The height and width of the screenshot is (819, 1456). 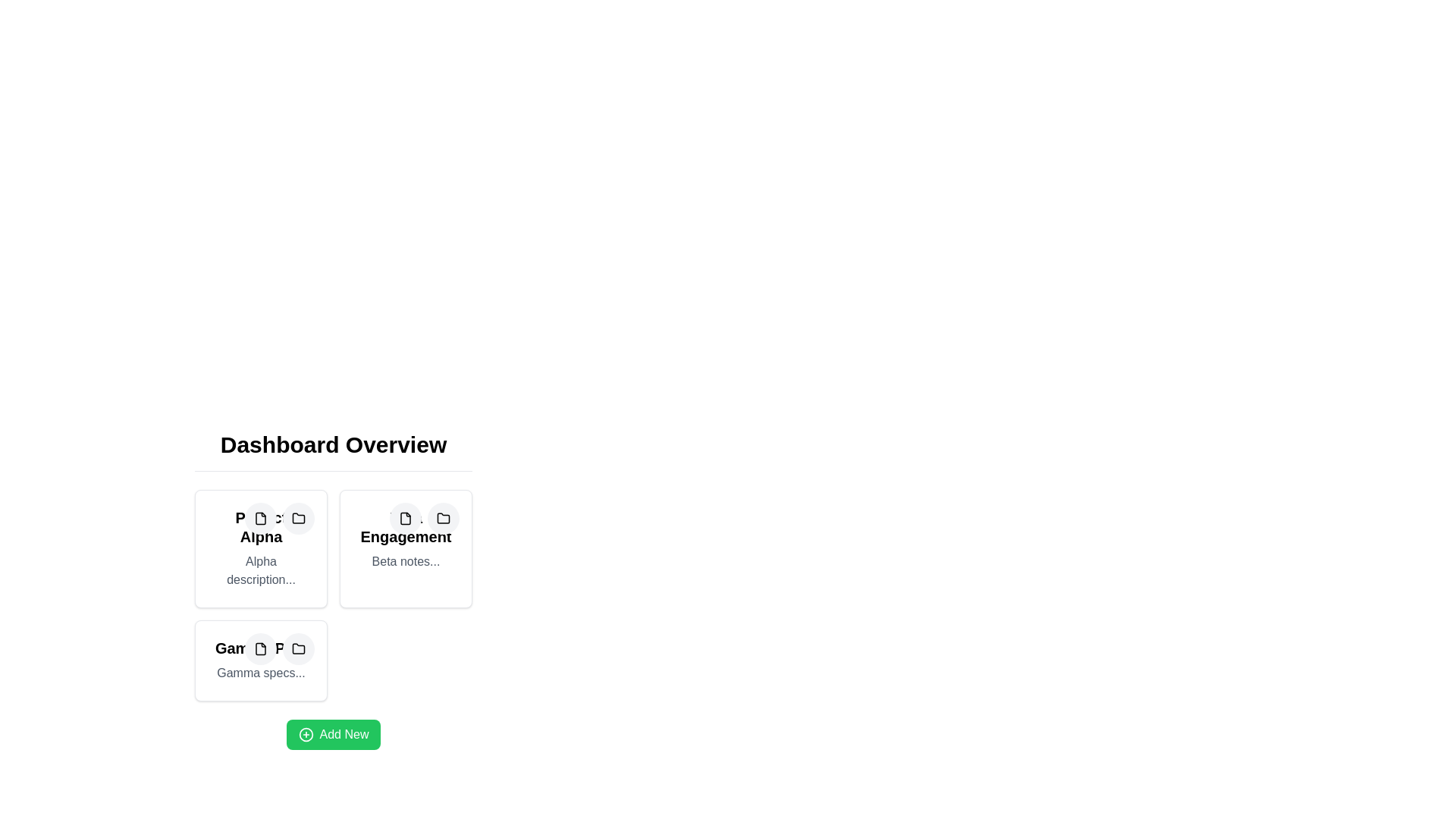 I want to click on the circular outline icon within the larger plus symbol icon on the green 'Add New' button located at the bottom of the main card layout, so click(x=305, y=733).